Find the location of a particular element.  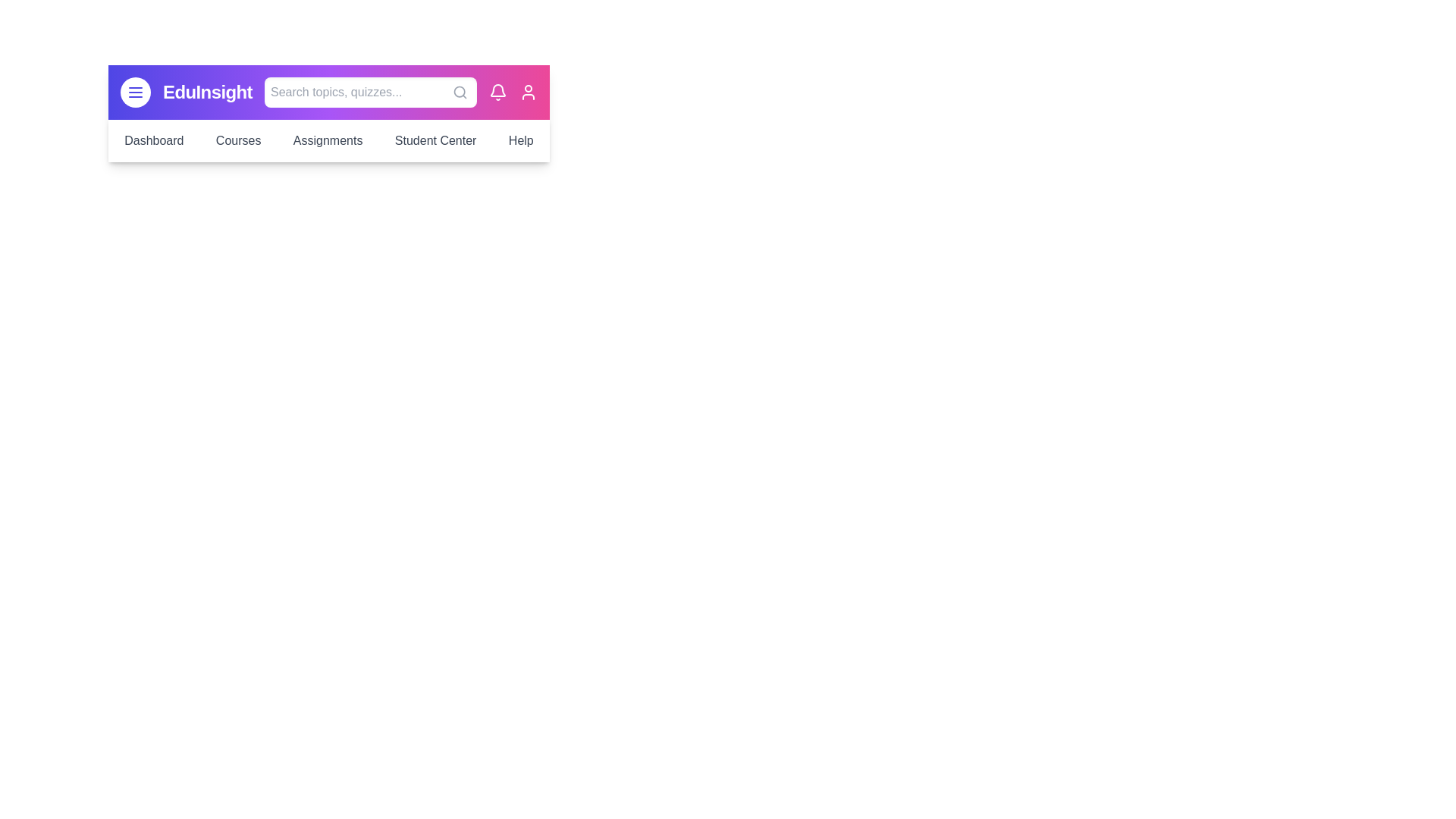

the menu item Assignments to navigate to the corresponding section is located at coordinates (327, 140).